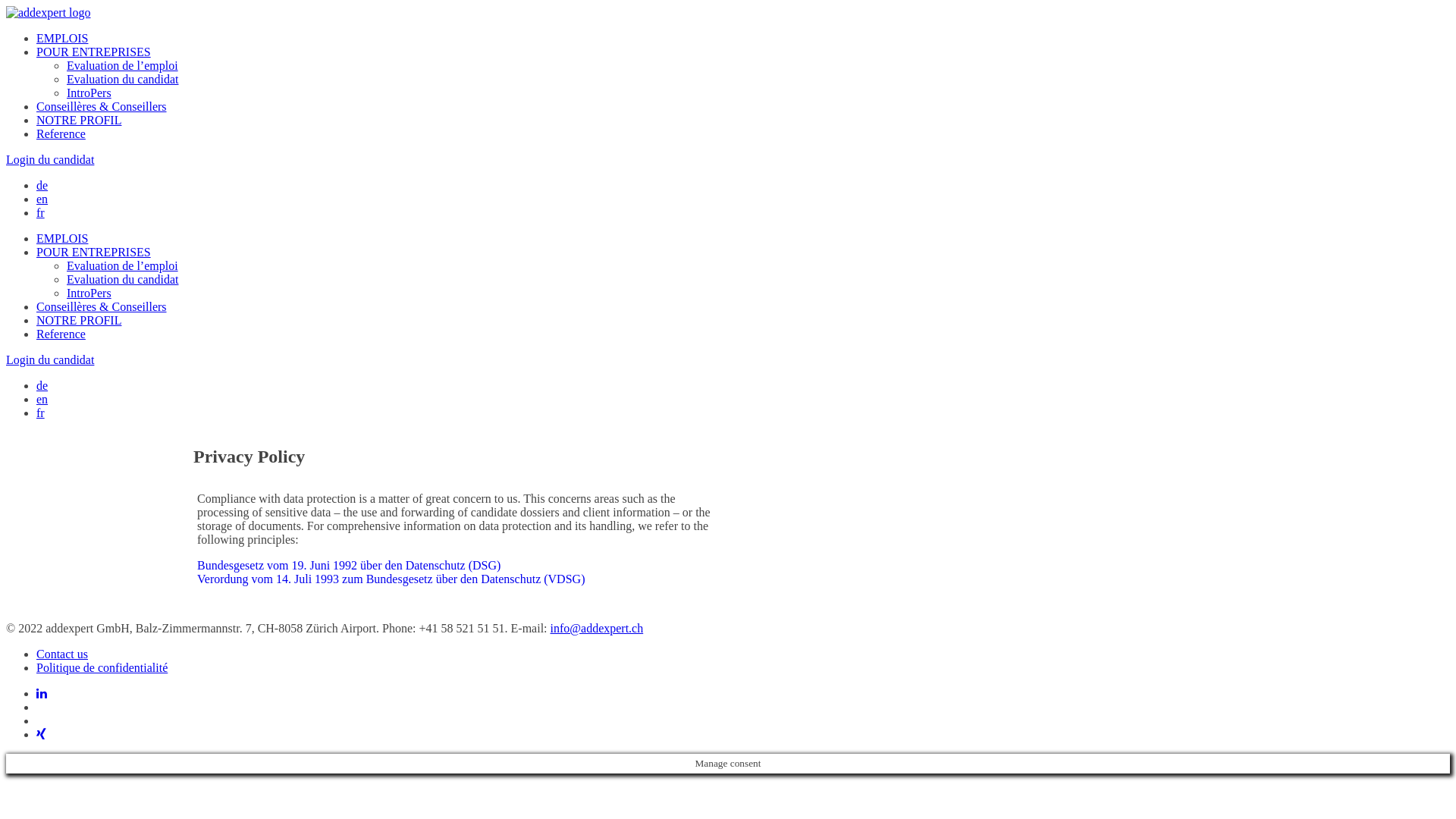  I want to click on 'POUR ENTREPRISES', so click(93, 51).